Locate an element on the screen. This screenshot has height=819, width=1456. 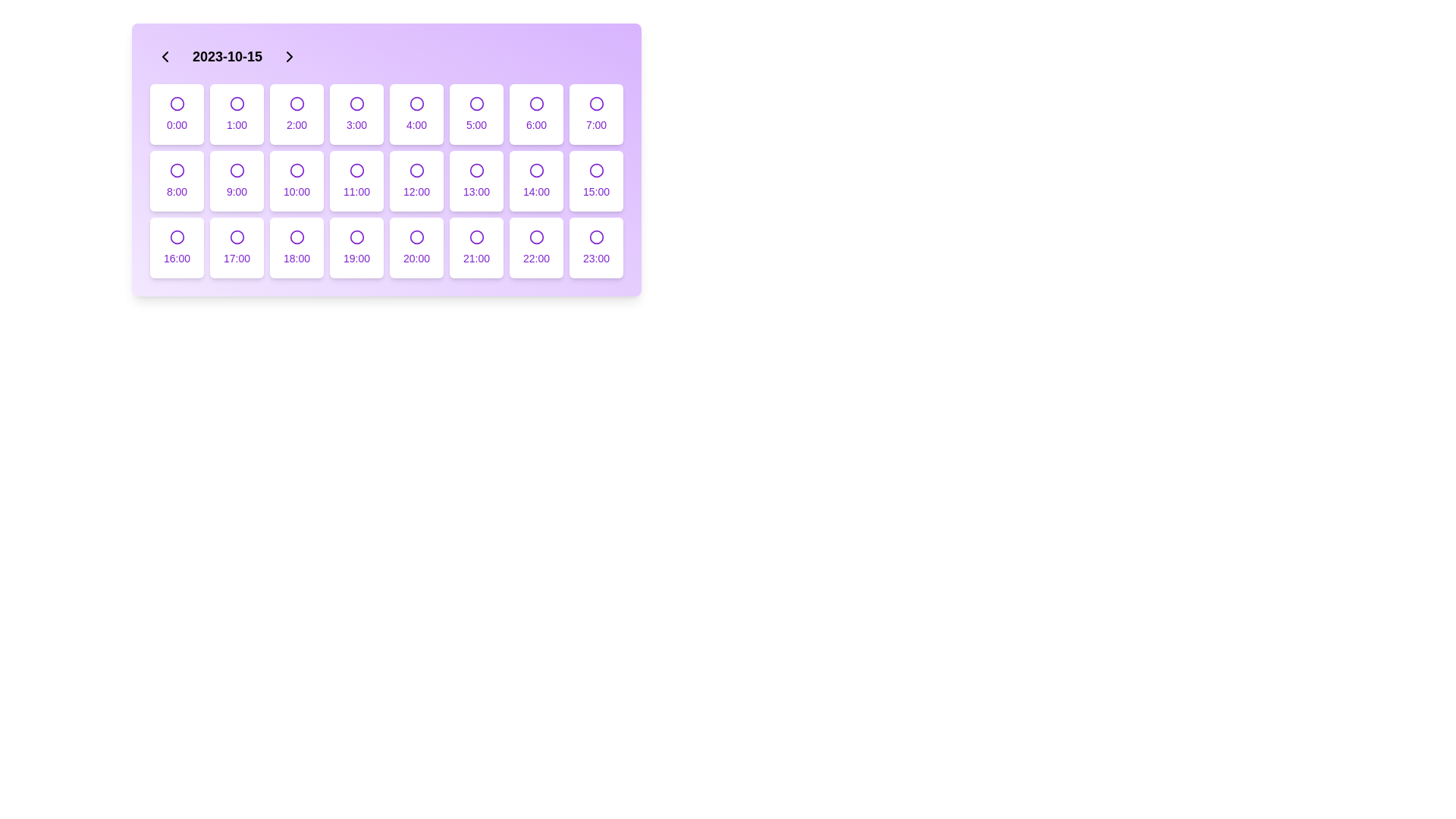
the button labeled '7:00' which is a rectangular button with rounded corners and a purple font, styled with a white background and shadow effect is located at coordinates (595, 113).